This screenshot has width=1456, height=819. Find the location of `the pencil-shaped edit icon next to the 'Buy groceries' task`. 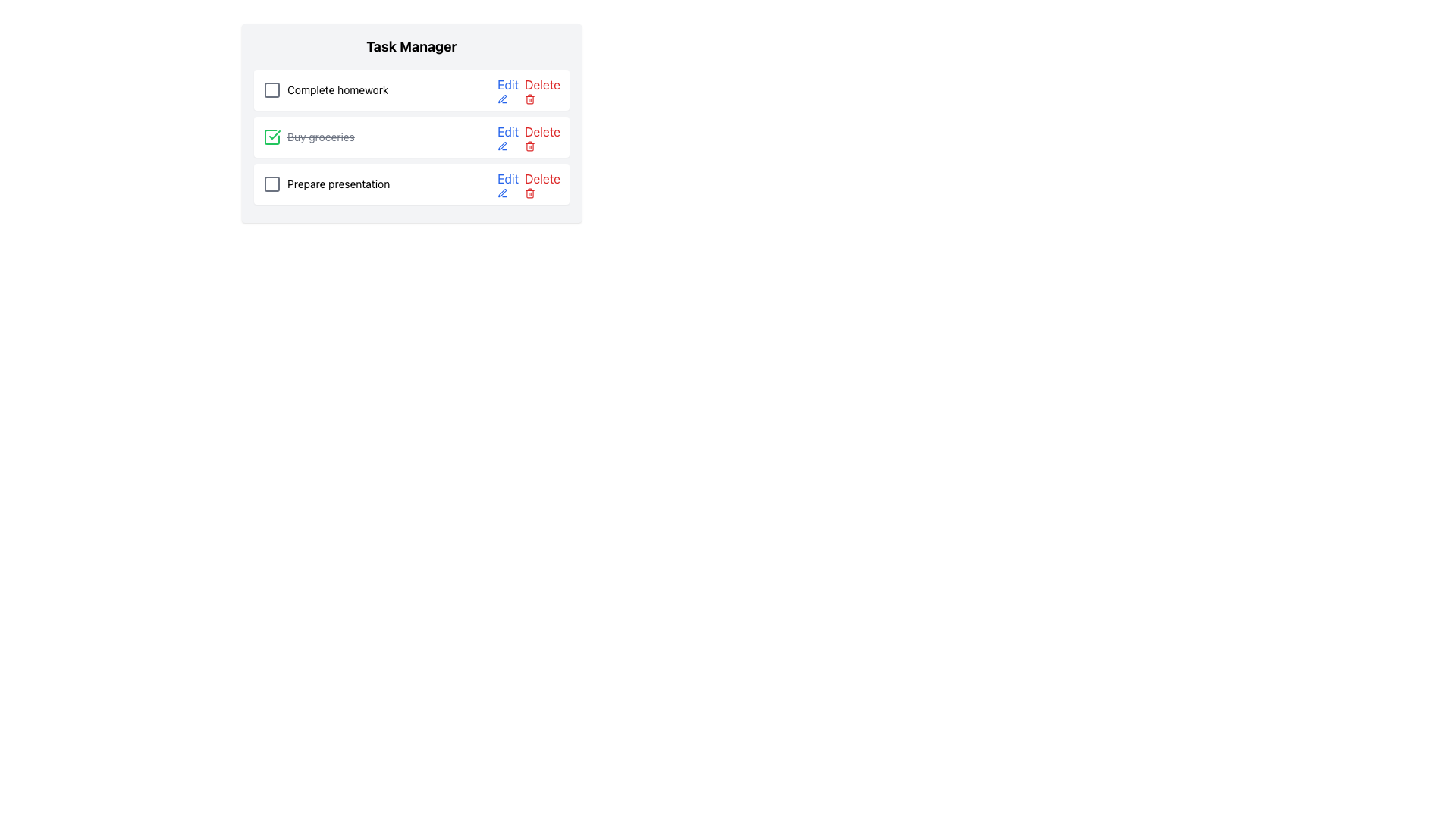

the pencil-shaped edit icon next to the 'Buy groceries' task is located at coordinates (502, 146).